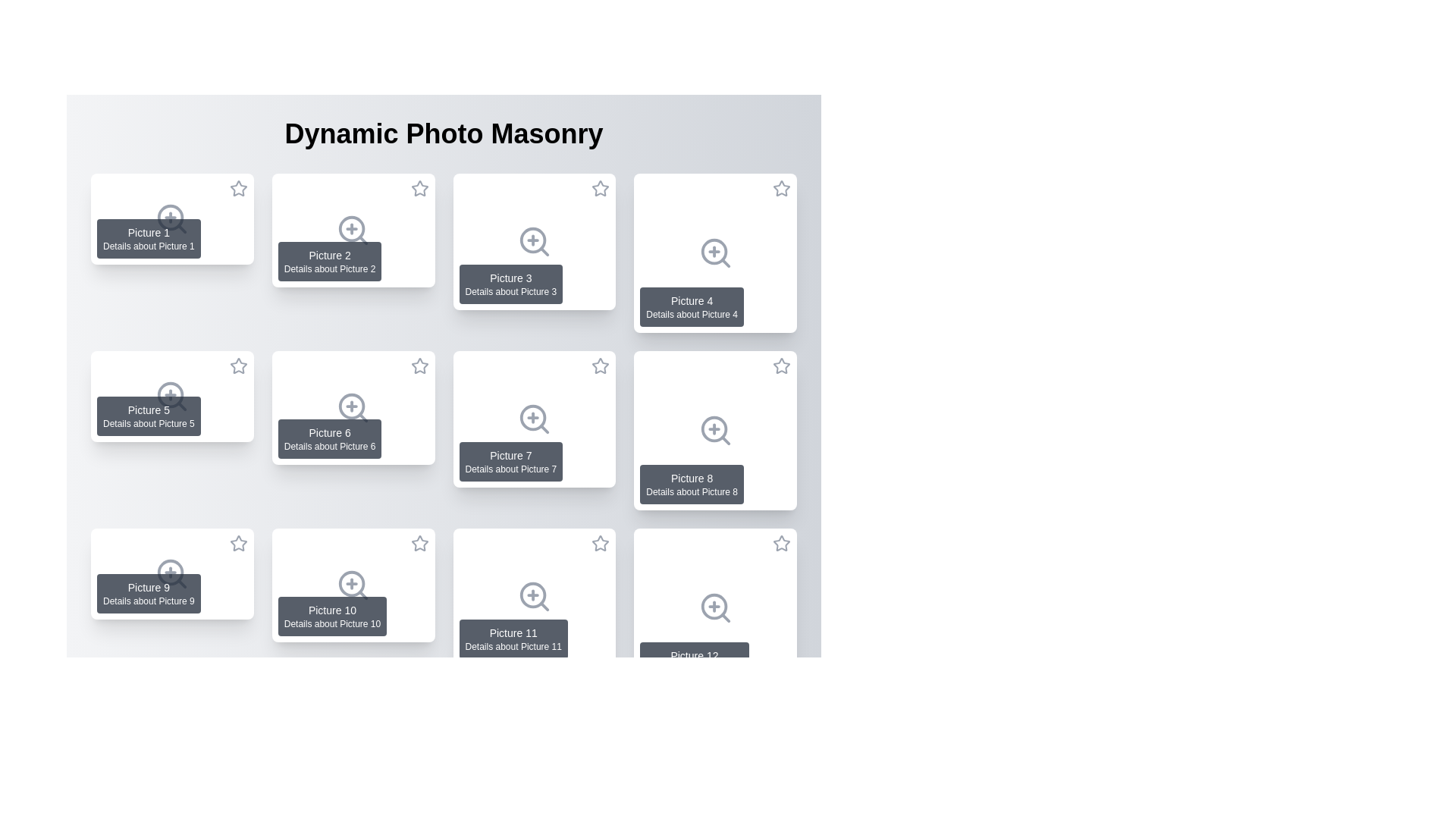 This screenshot has width=1456, height=819. I want to click on the second interactive item card in the gallery titled 'Dynamic Photo Masonry', so click(353, 231).